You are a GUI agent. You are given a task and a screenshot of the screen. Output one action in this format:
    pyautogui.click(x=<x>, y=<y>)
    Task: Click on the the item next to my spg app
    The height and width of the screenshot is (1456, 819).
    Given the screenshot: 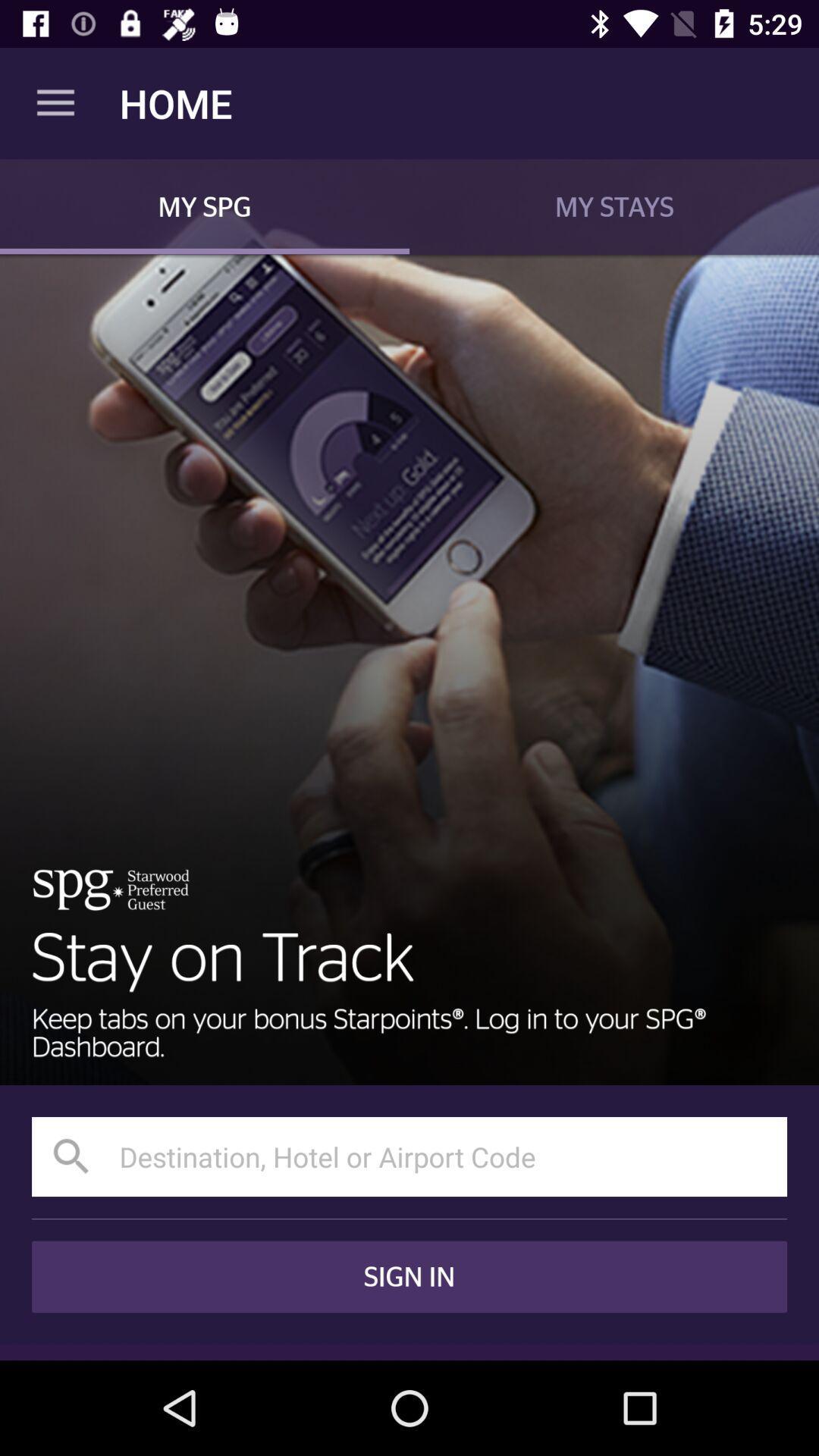 What is the action you would take?
    pyautogui.click(x=614, y=206)
    